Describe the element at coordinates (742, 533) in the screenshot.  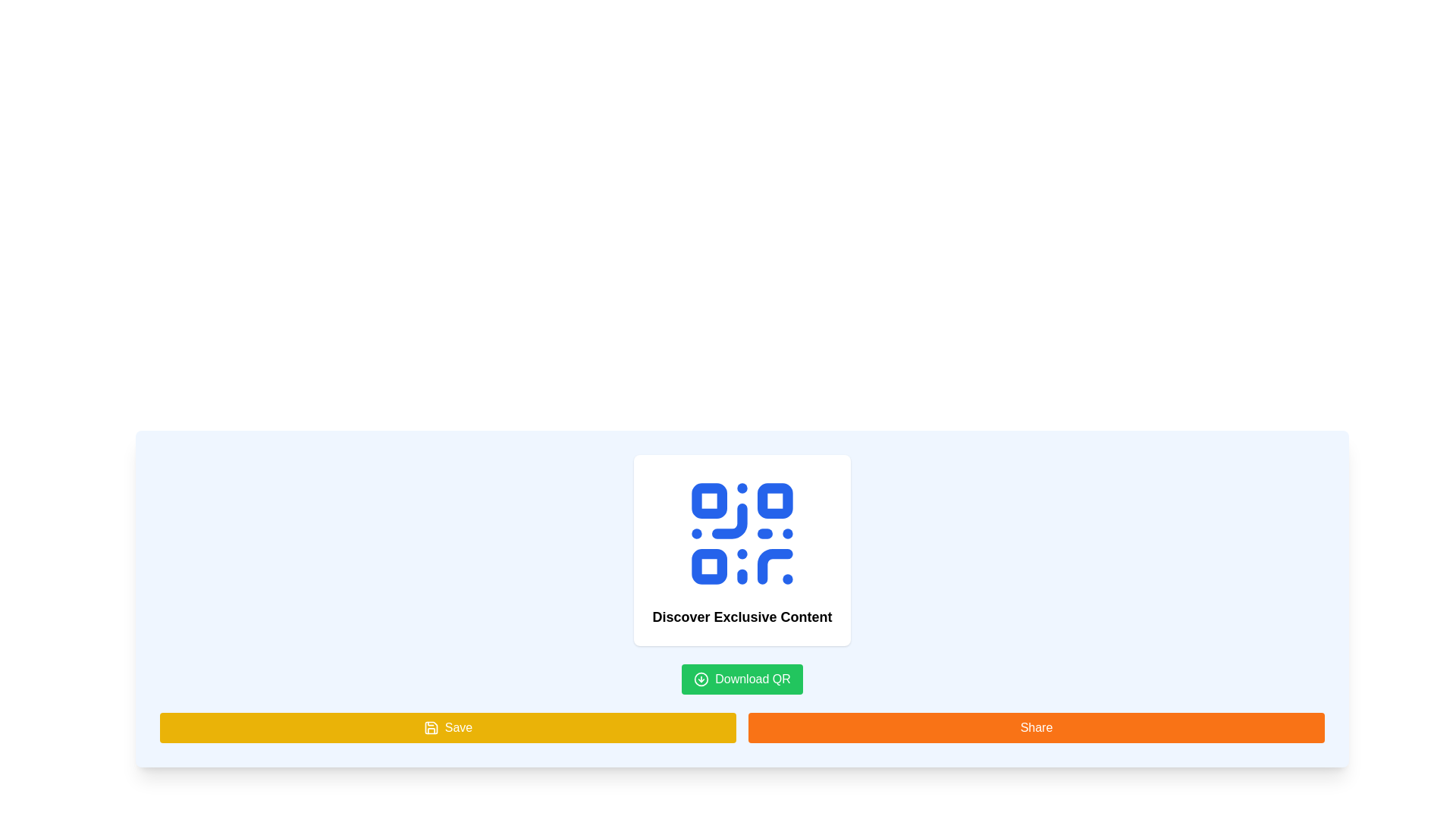
I see `the blue QR code icon with a minimalistic design, located above the text 'Discover Exclusive Content' within a white card` at that location.